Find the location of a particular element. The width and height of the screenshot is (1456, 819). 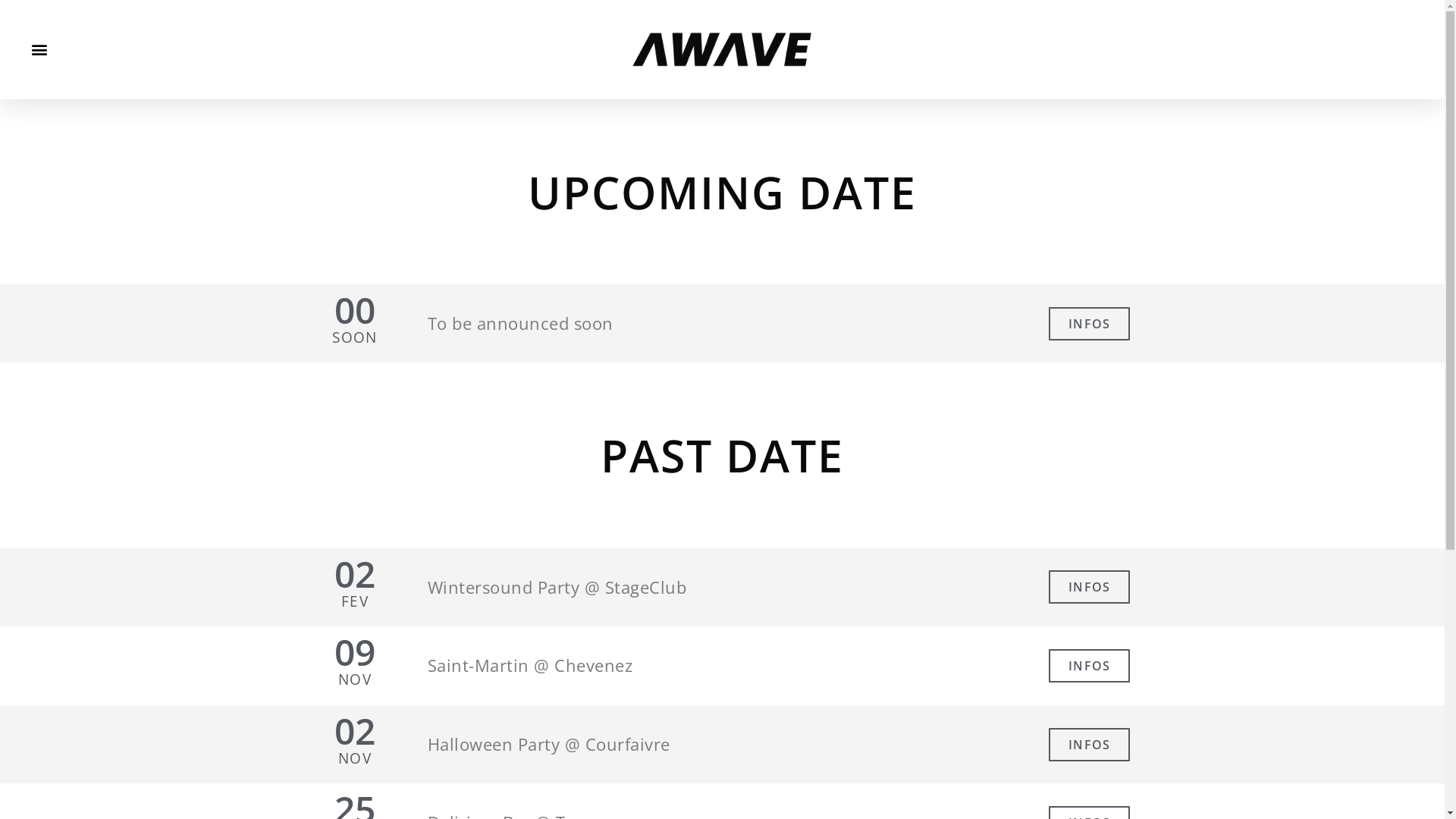

'INFOS' is located at coordinates (1088, 744).